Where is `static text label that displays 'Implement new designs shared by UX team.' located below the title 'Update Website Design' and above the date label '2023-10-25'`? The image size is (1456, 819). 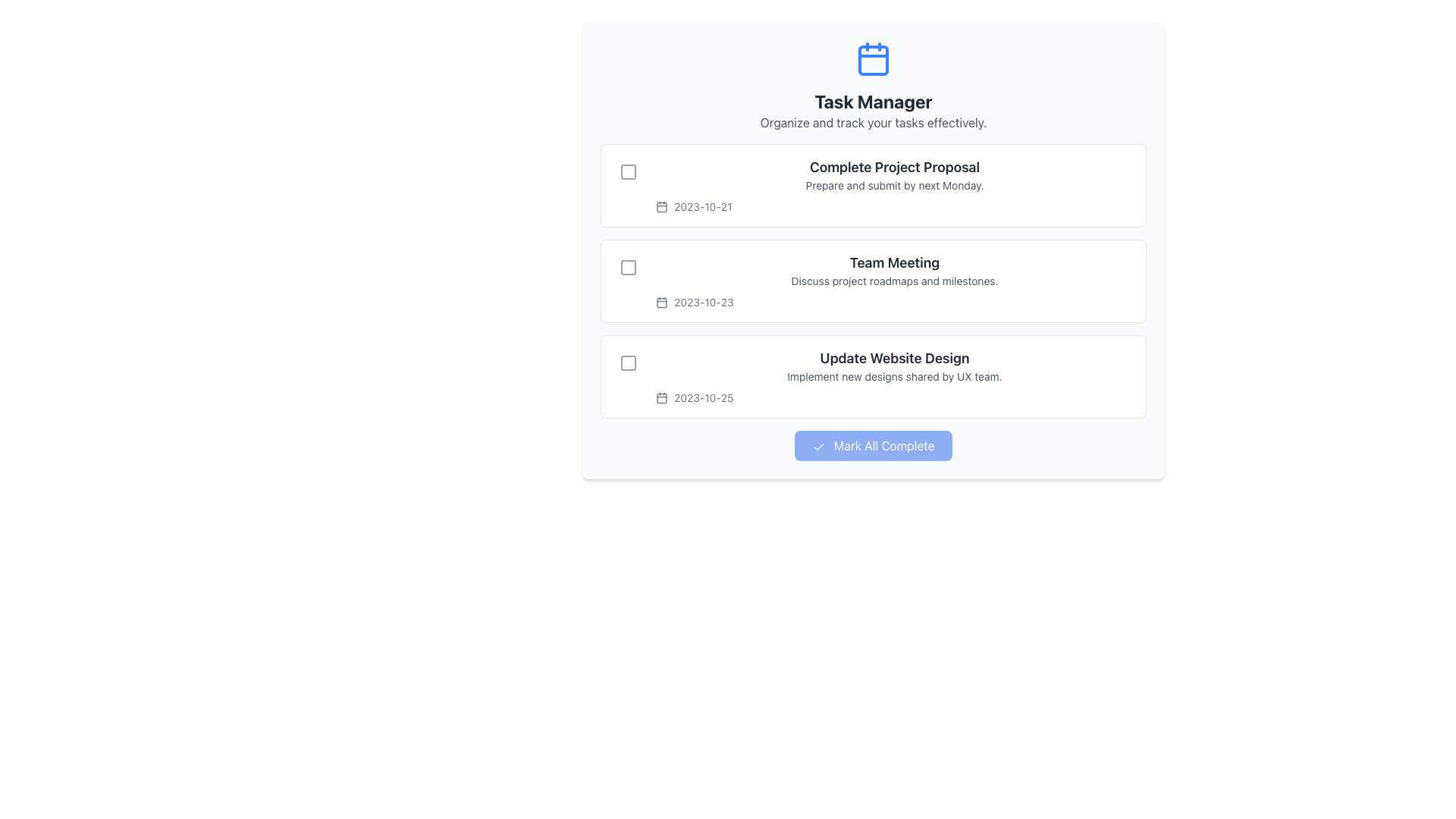 static text label that displays 'Implement new designs shared by UX team.' located below the title 'Update Website Design' and above the date label '2023-10-25' is located at coordinates (895, 376).